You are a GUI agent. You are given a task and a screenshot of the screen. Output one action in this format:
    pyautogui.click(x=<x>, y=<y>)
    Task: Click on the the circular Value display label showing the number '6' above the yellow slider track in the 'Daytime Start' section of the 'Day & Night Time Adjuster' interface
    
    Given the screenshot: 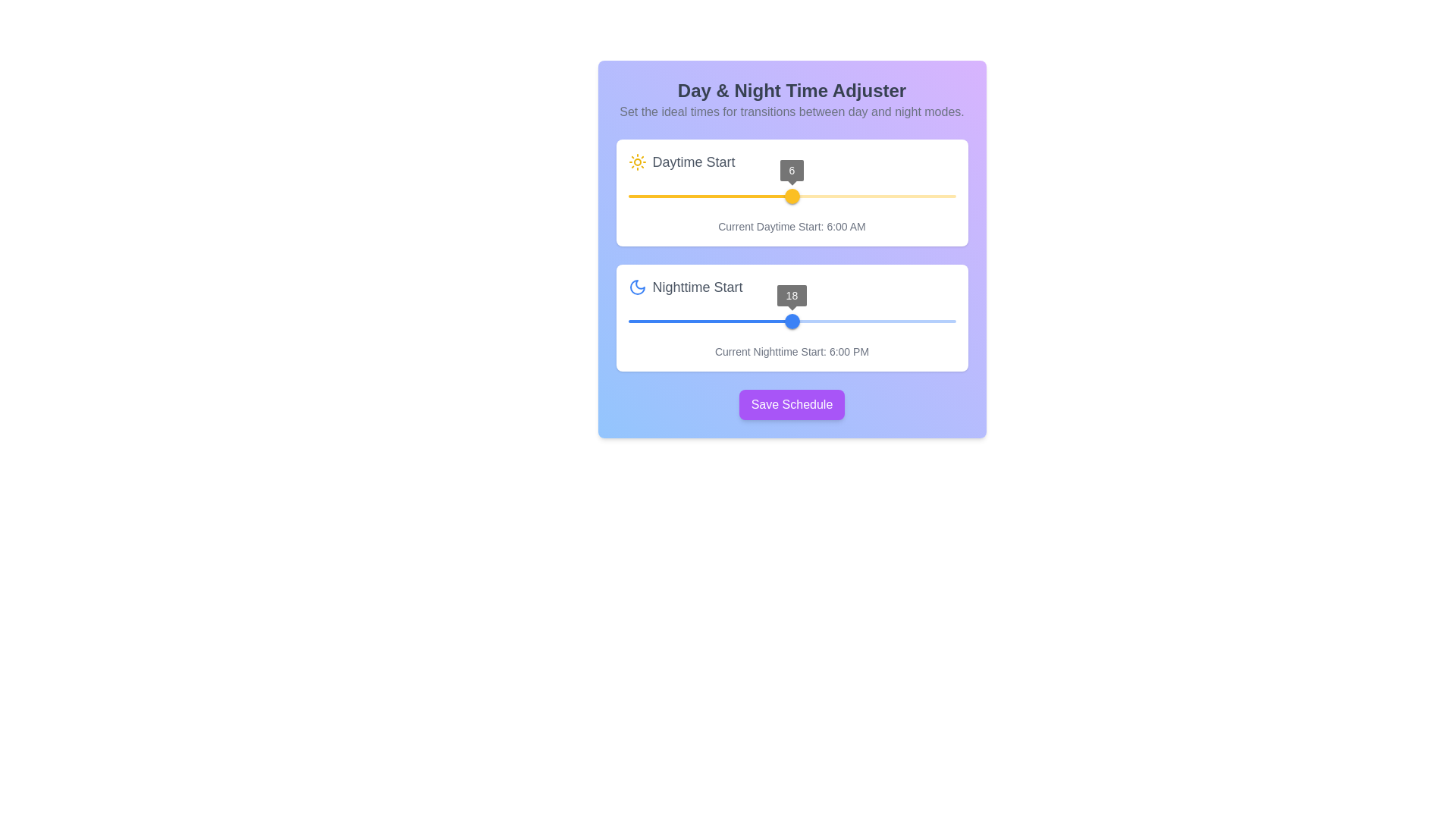 What is the action you would take?
    pyautogui.click(x=791, y=170)
    